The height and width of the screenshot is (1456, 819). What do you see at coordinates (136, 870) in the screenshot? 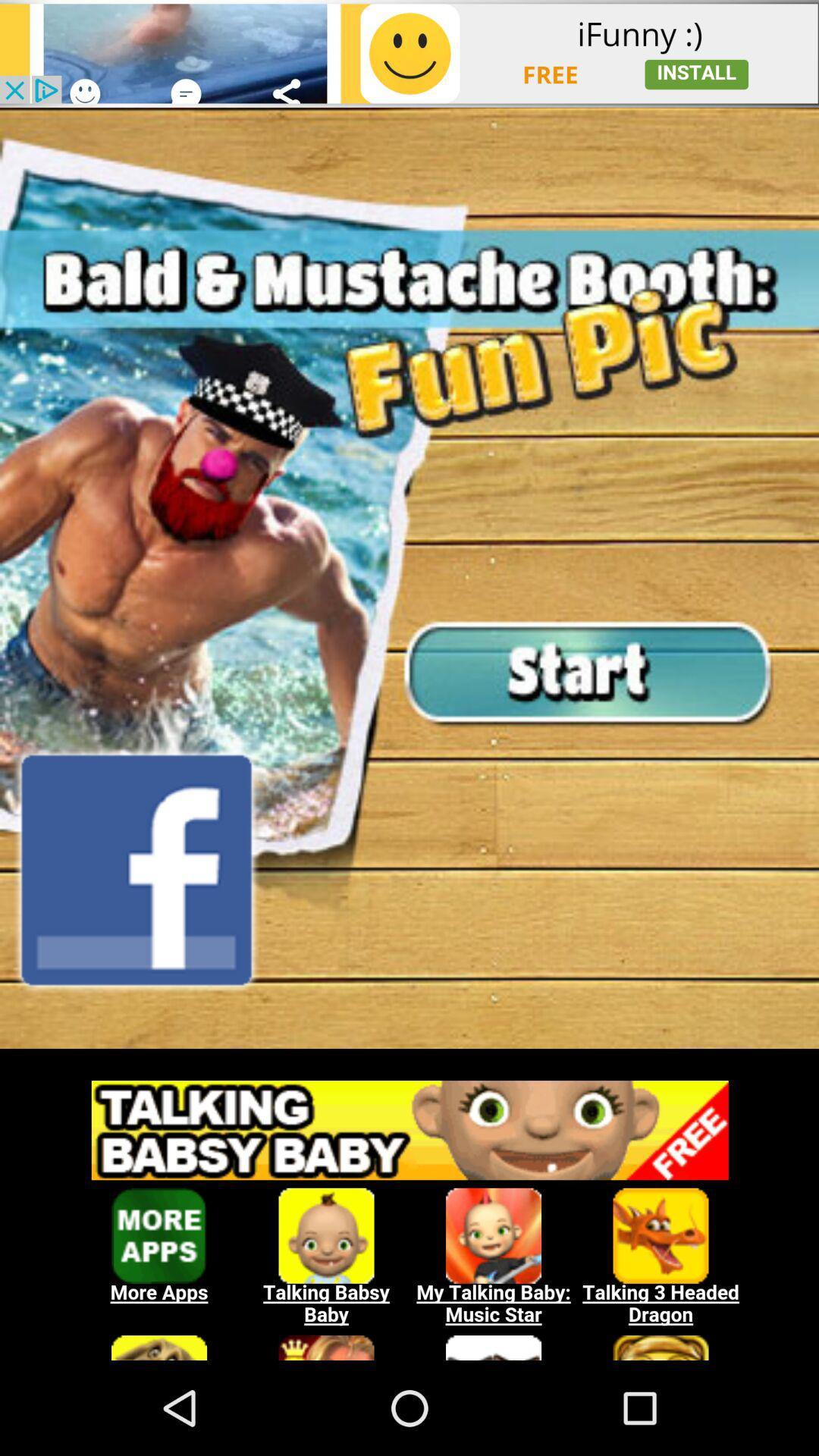
I see `facebook page` at bounding box center [136, 870].